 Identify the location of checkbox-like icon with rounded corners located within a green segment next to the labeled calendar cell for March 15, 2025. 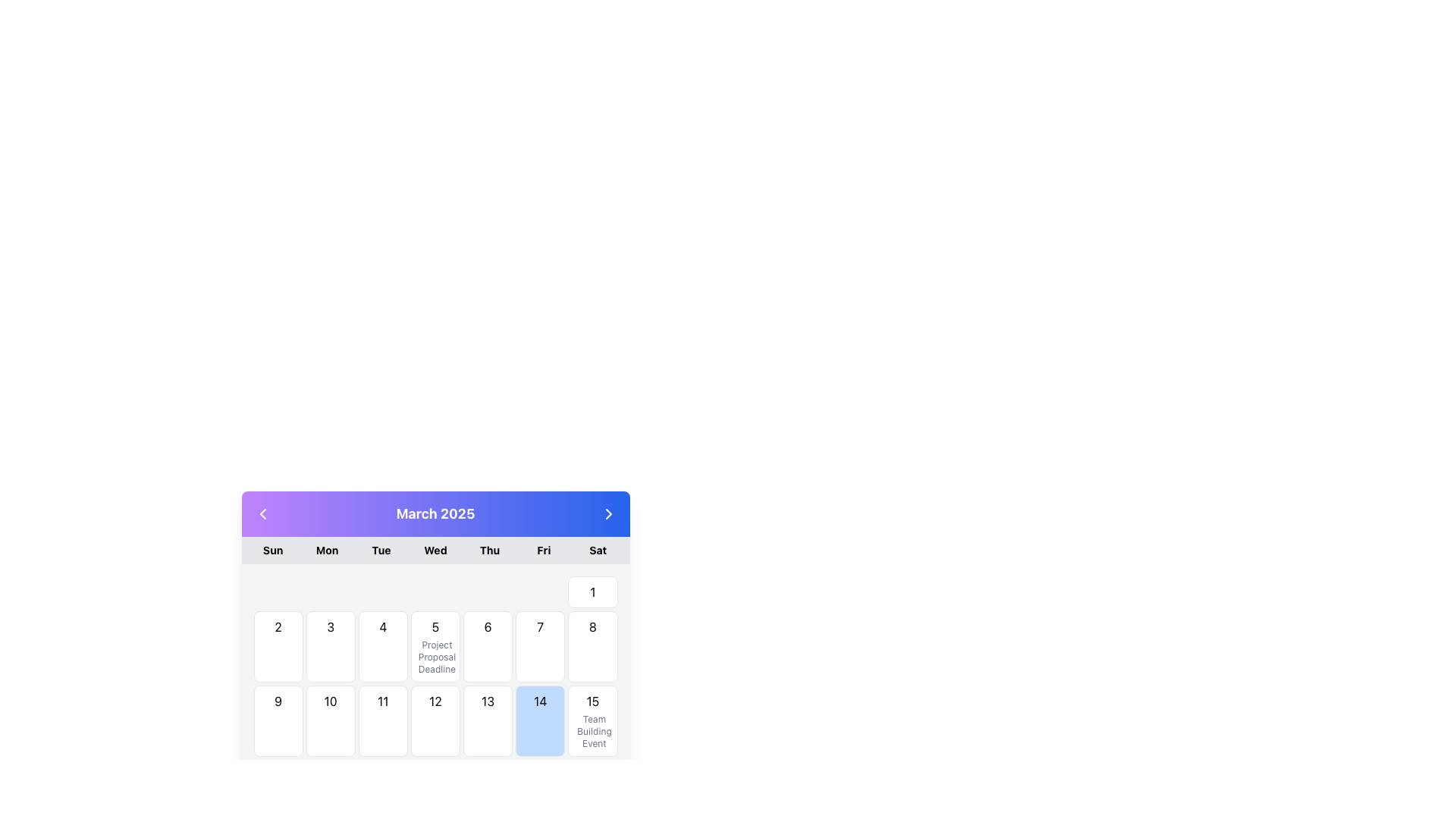
(582, 733).